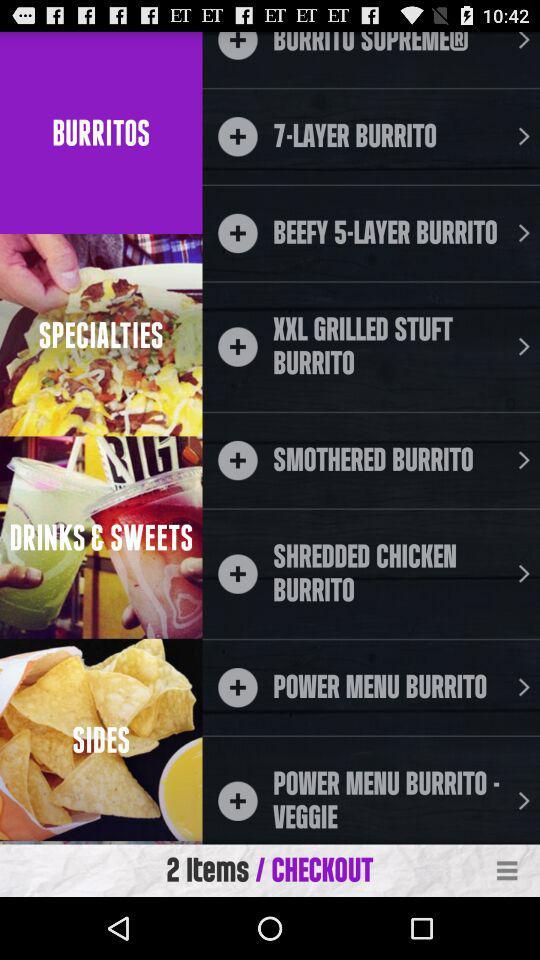  Describe the element at coordinates (237, 573) in the screenshot. I see `the add button beside the shredded chicken burrito text` at that location.